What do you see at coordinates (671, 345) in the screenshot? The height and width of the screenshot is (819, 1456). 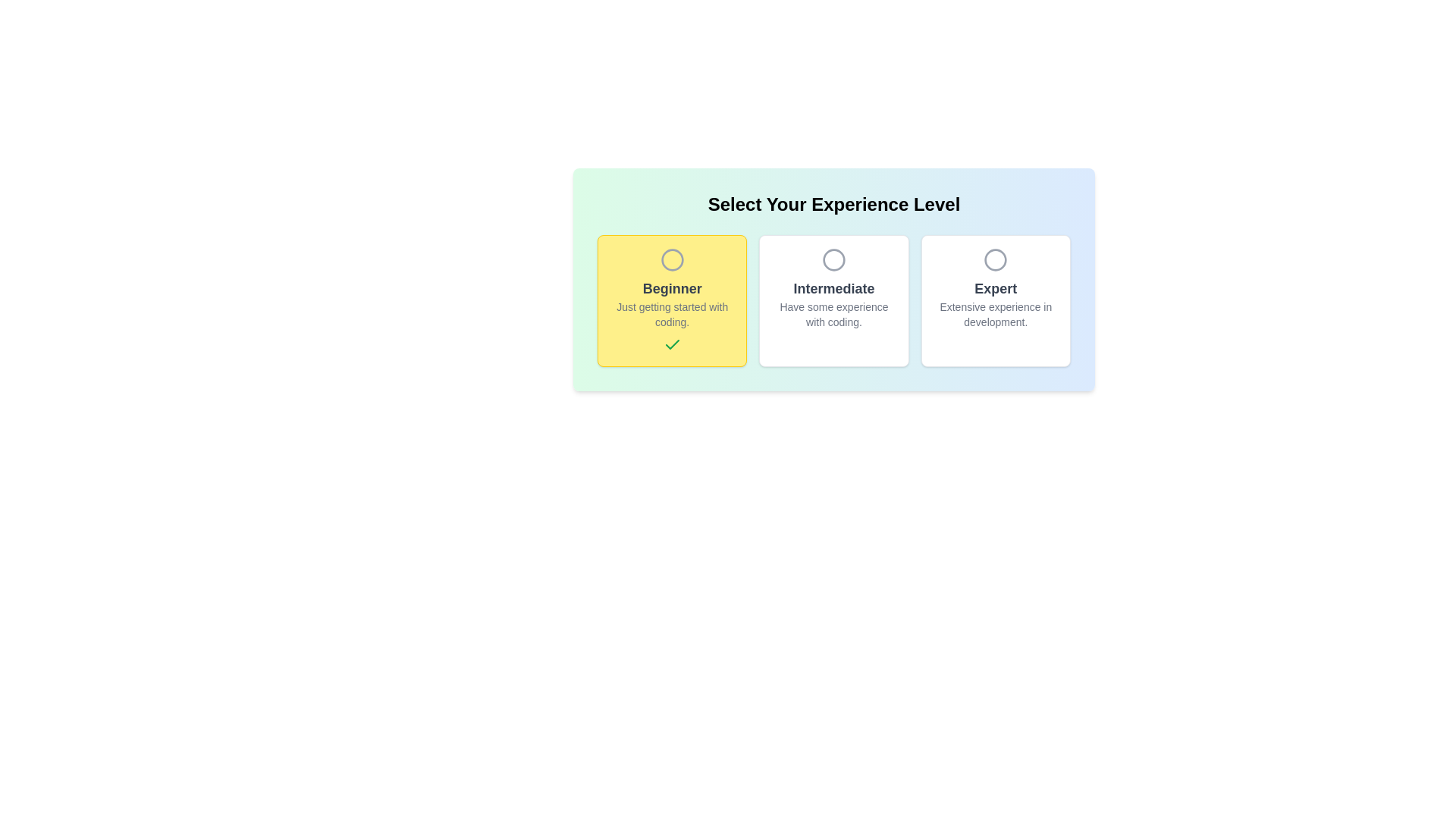 I see `the selection indicator represented by the checkmark icon located in the lower area of the 'Beginner' selection card` at bounding box center [671, 345].